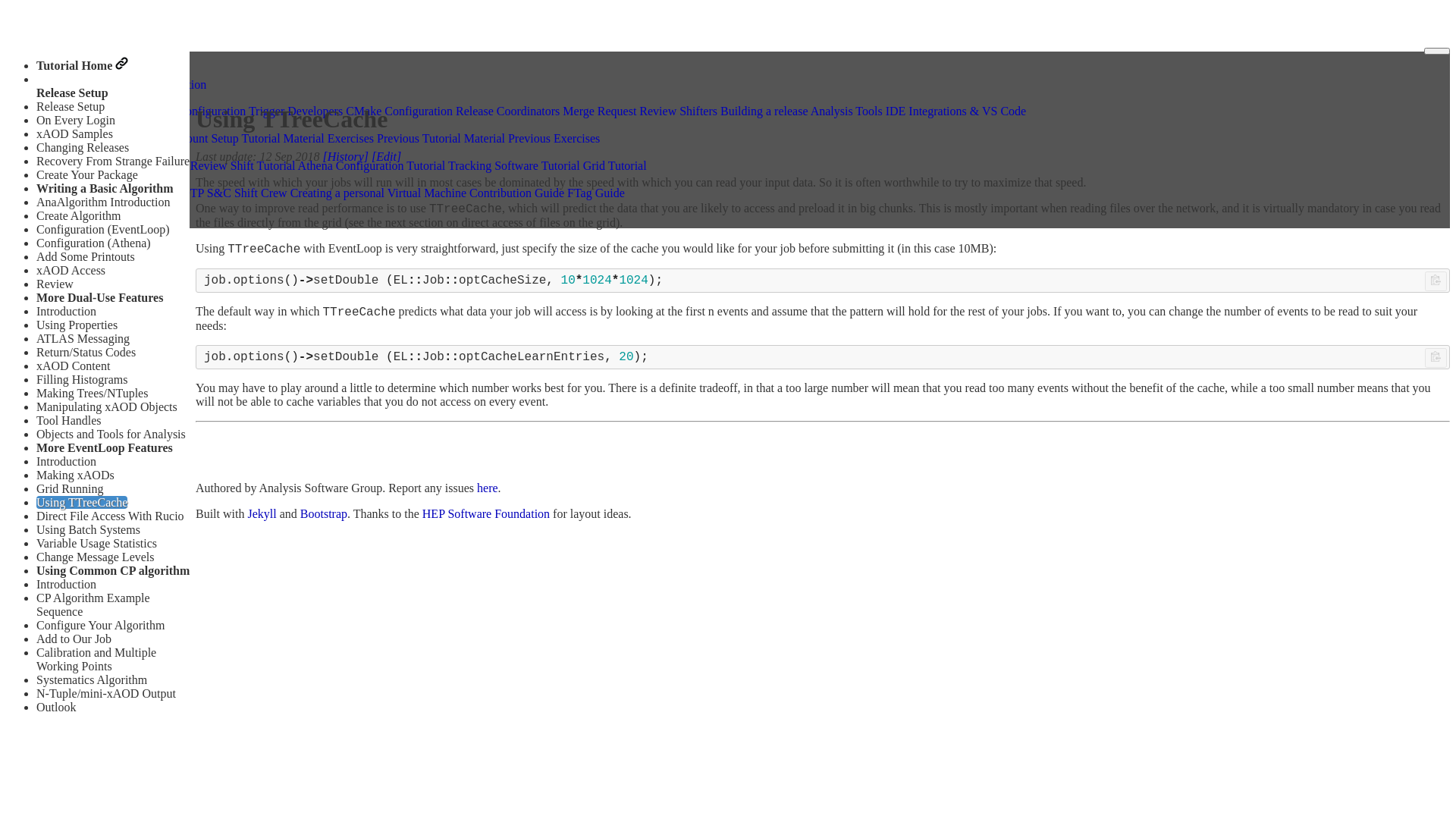 The image size is (1456, 819). What do you see at coordinates (475, 488) in the screenshot?
I see `'here'` at bounding box center [475, 488].